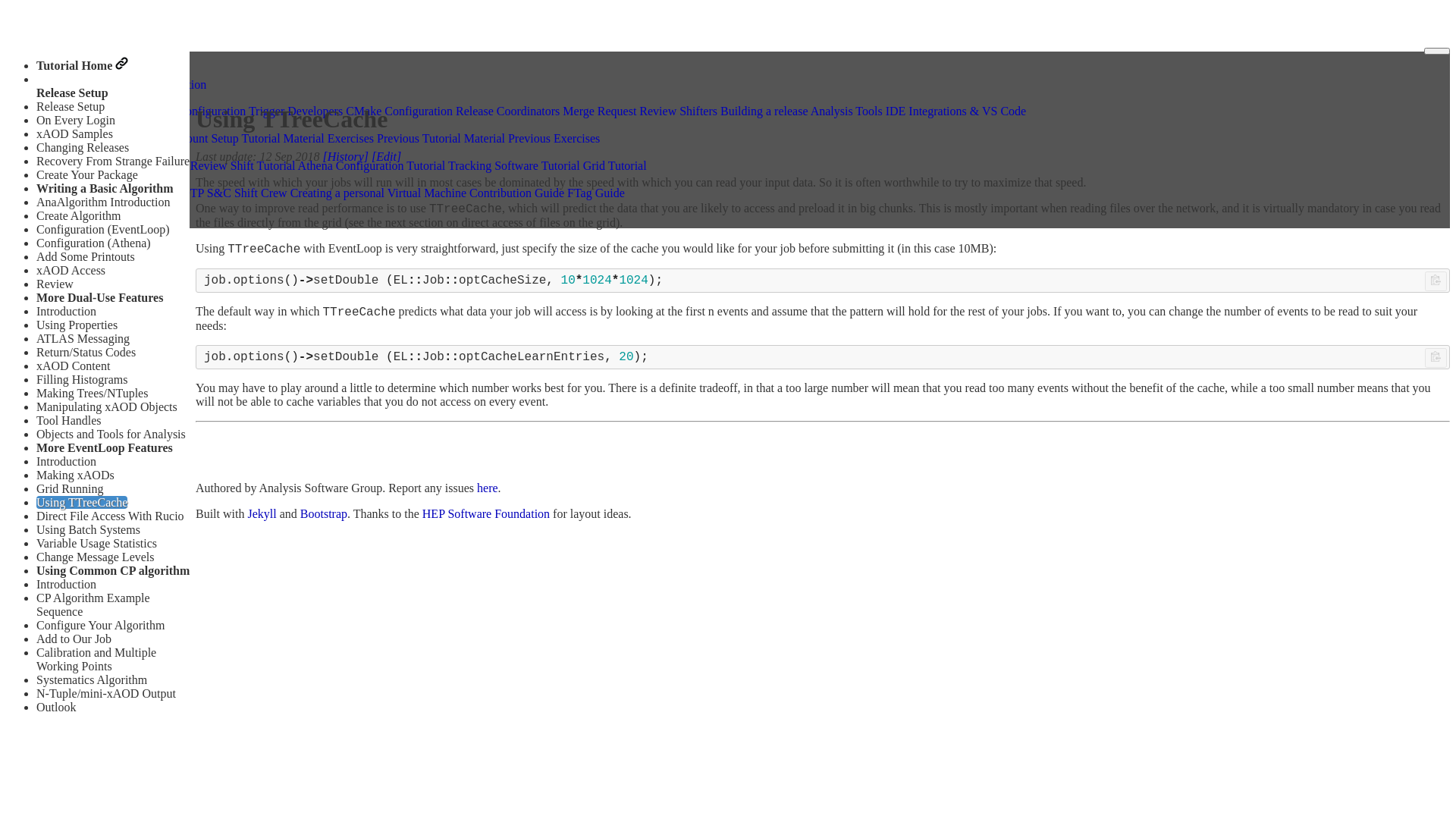 The image size is (1456, 819). What do you see at coordinates (475, 488) in the screenshot?
I see `'here'` at bounding box center [475, 488].